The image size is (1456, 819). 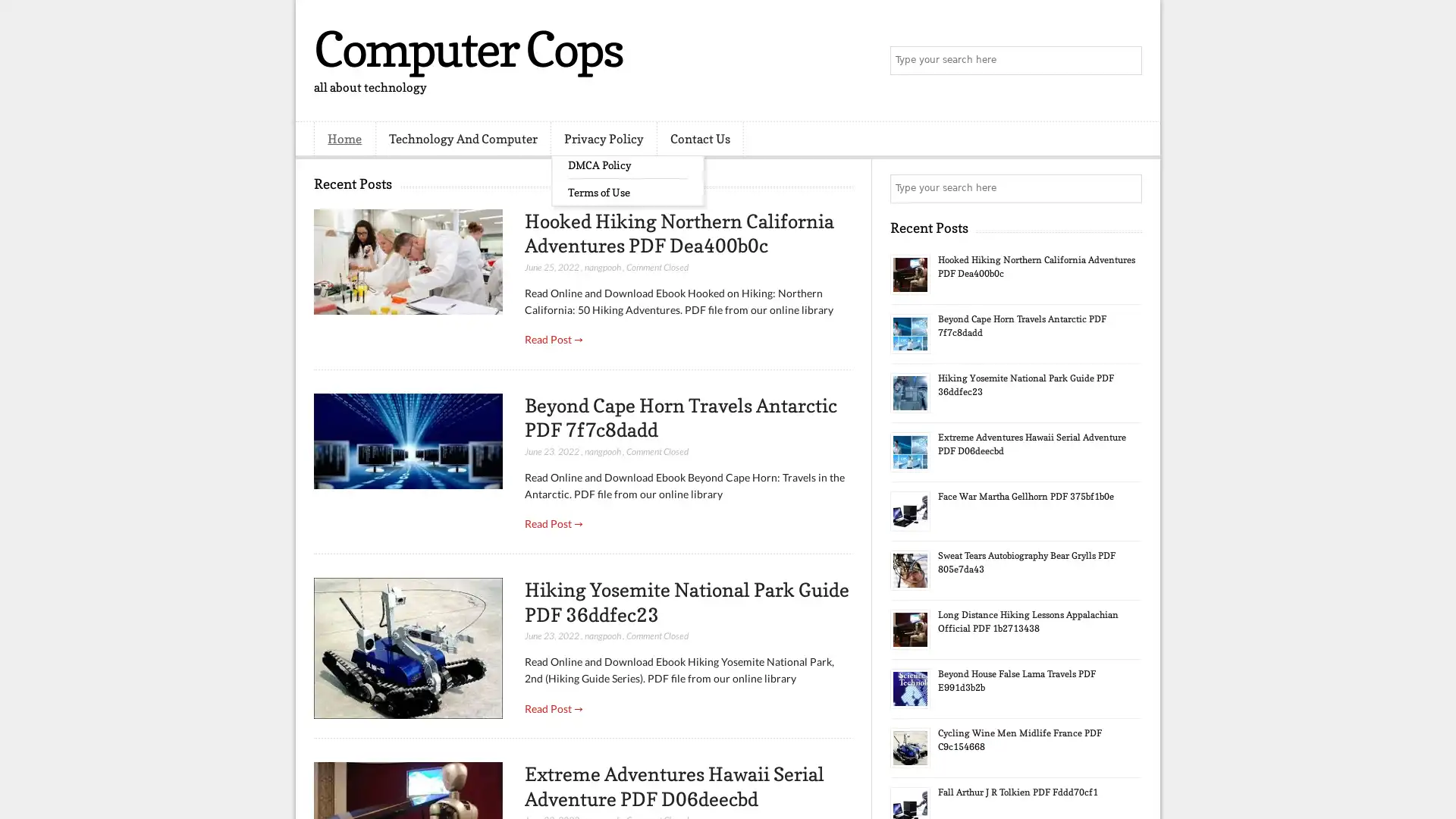 What do you see at coordinates (1126, 61) in the screenshot?
I see `Search` at bounding box center [1126, 61].